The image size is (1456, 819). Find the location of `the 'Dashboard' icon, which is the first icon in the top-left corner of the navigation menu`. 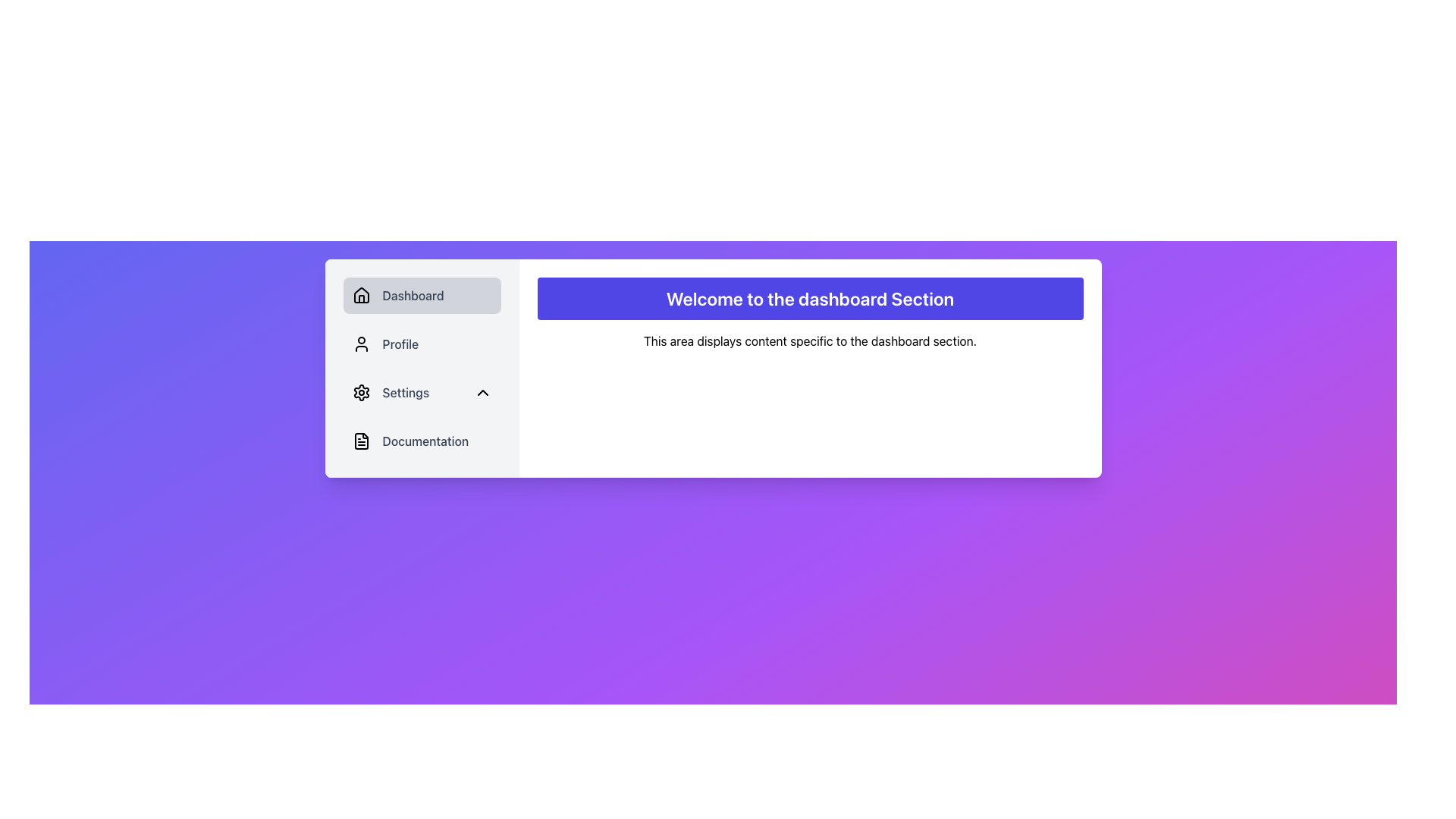

the 'Dashboard' icon, which is the first icon in the top-left corner of the navigation menu is located at coordinates (360, 295).